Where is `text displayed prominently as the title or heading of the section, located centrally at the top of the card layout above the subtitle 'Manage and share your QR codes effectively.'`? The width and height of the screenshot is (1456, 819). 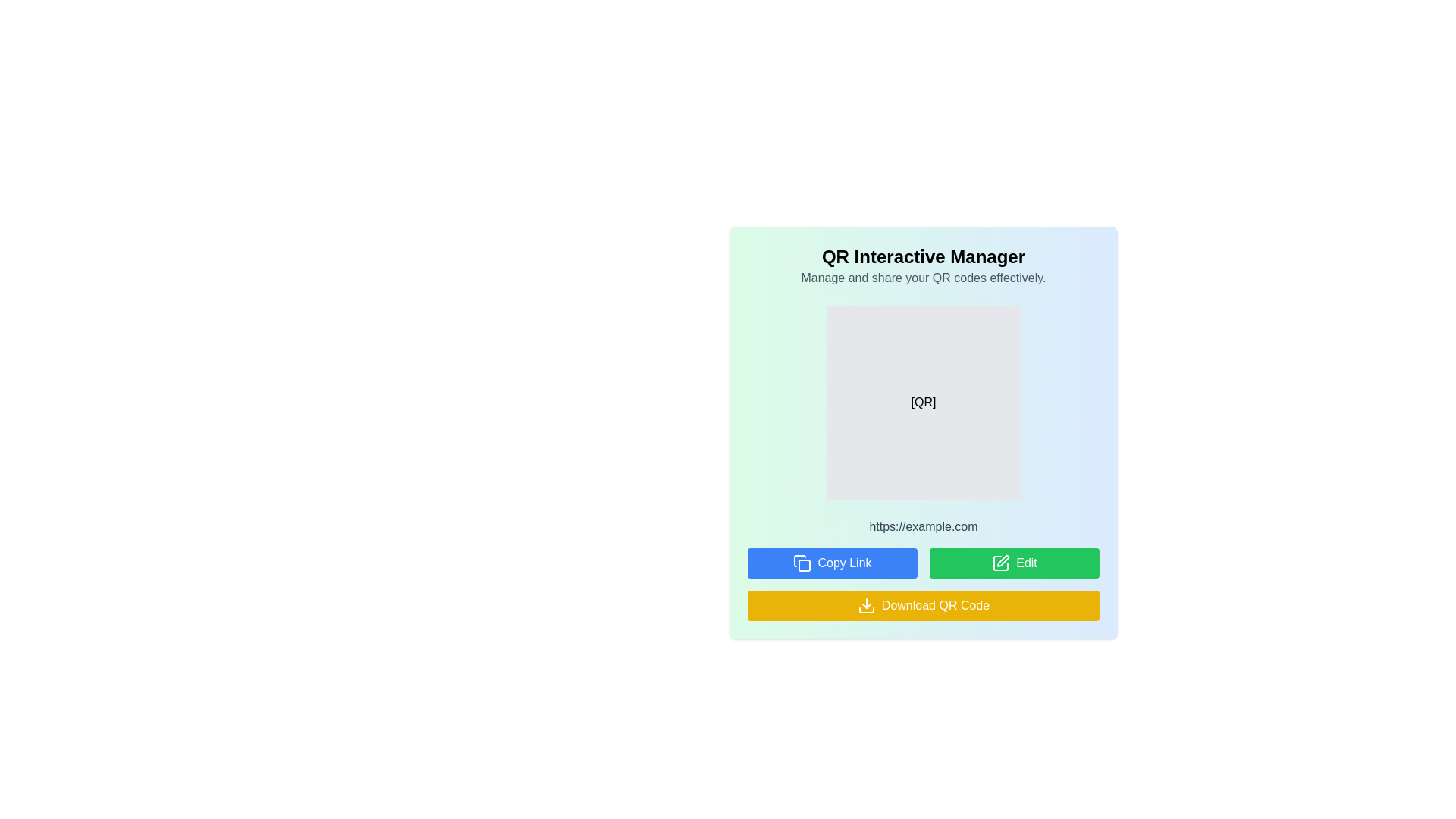
text displayed prominently as the title or heading of the section, located centrally at the top of the card layout above the subtitle 'Manage and share your QR codes effectively.' is located at coordinates (923, 256).